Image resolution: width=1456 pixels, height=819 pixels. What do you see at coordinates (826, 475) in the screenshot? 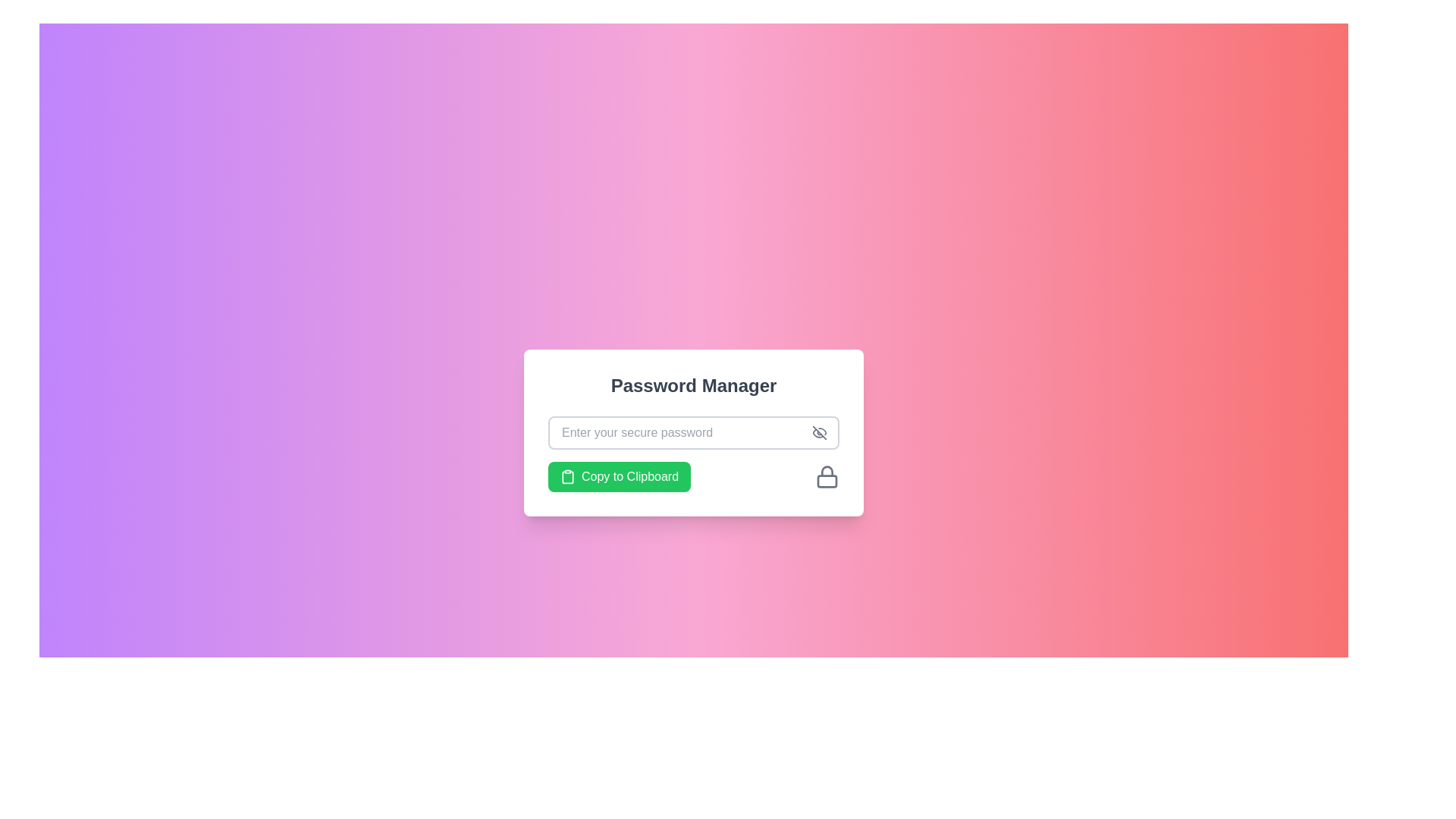
I see `the lock icon, which is a grayscale outline of a padlock located on the right side of the 'Copy to Clipboard' button` at bounding box center [826, 475].